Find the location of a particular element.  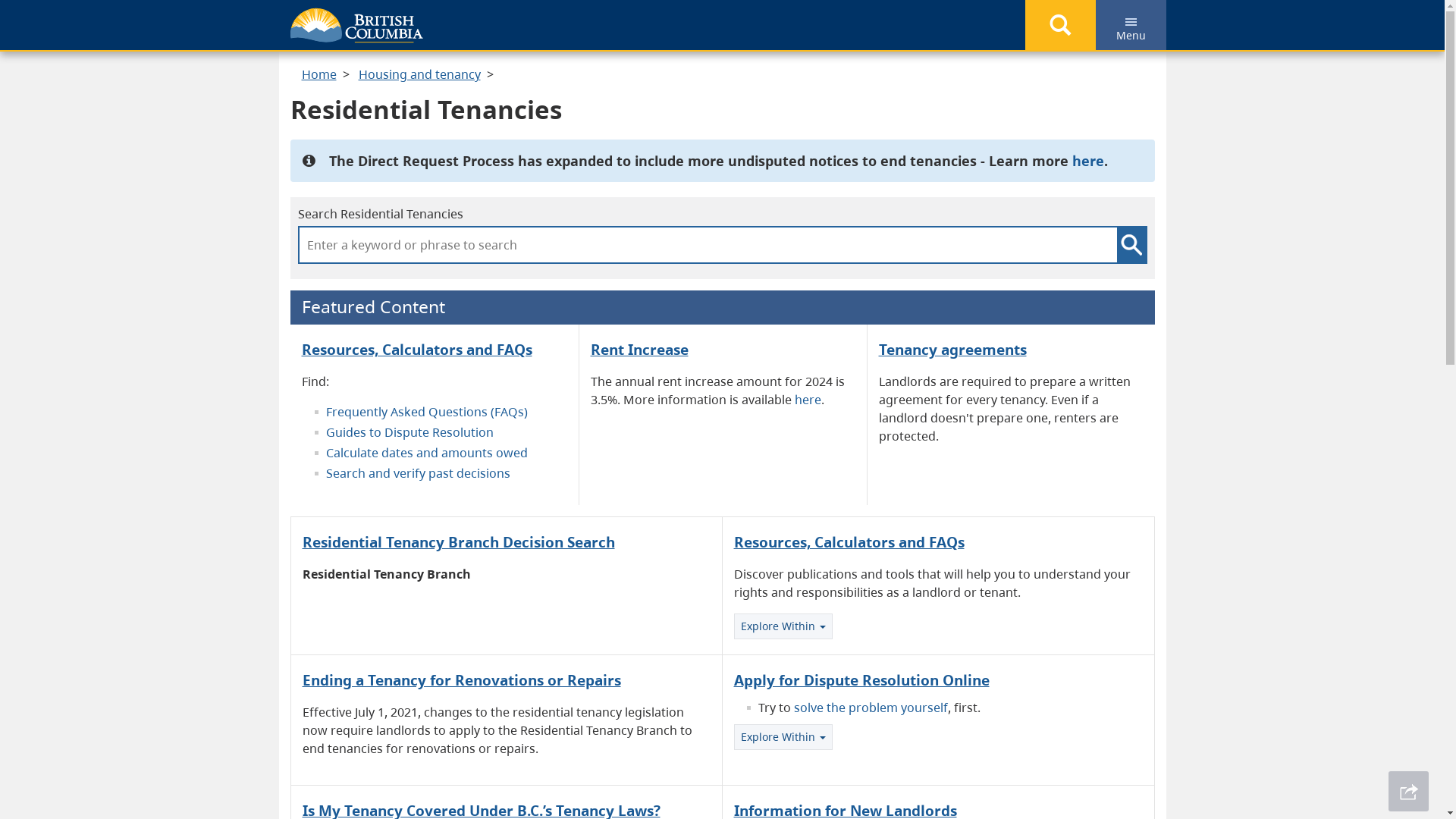

'Ending a Tenancy for Renovations or Repairs' is located at coordinates (460, 679).